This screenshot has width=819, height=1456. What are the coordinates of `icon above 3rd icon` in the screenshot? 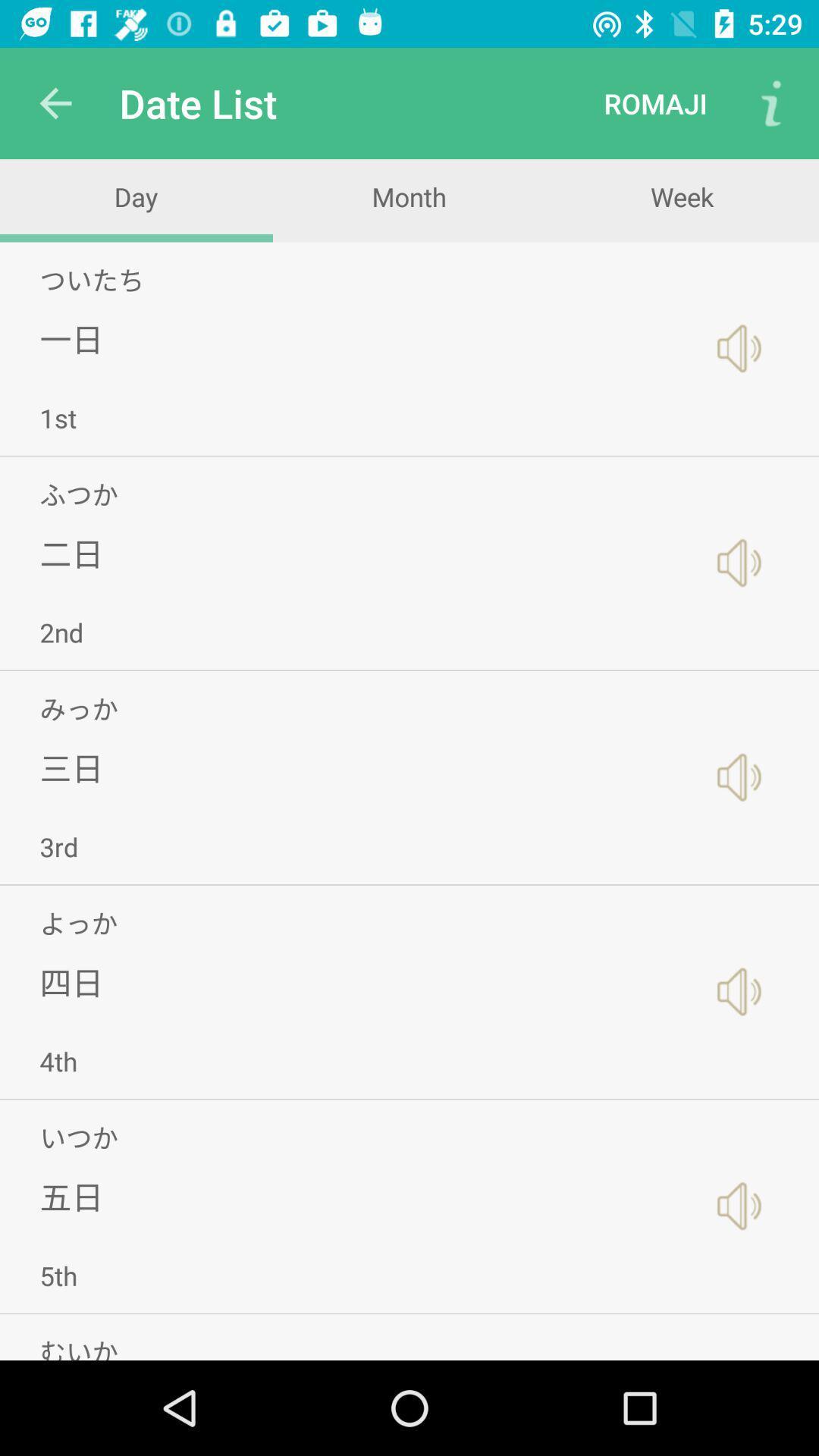 It's located at (71, 767).